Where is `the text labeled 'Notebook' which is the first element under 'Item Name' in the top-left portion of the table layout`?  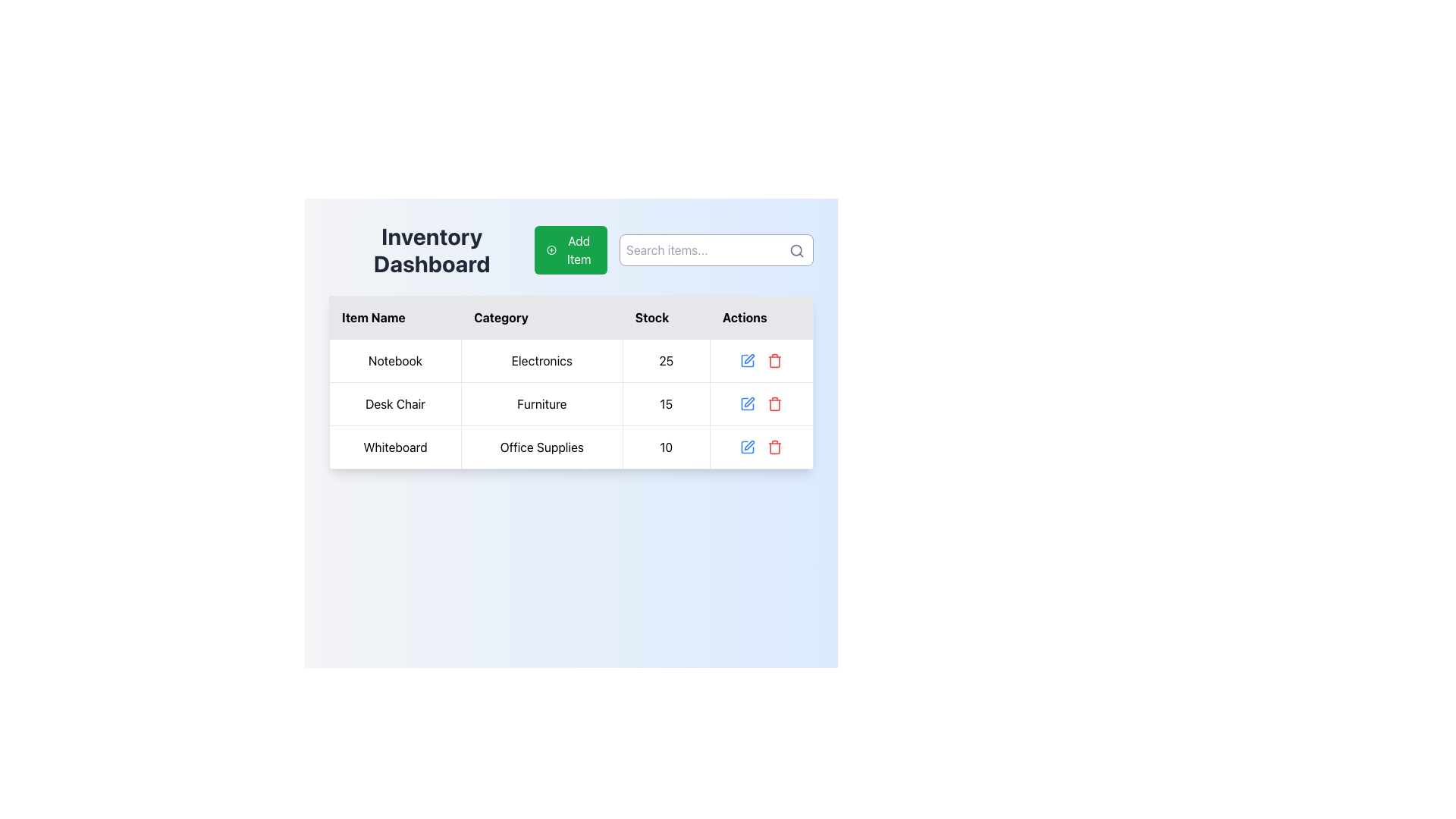 the text labeled 'Notebook' which is the first element under 'Item Name' in the top-left portion of the table layout is located at coordinates (395, 360).